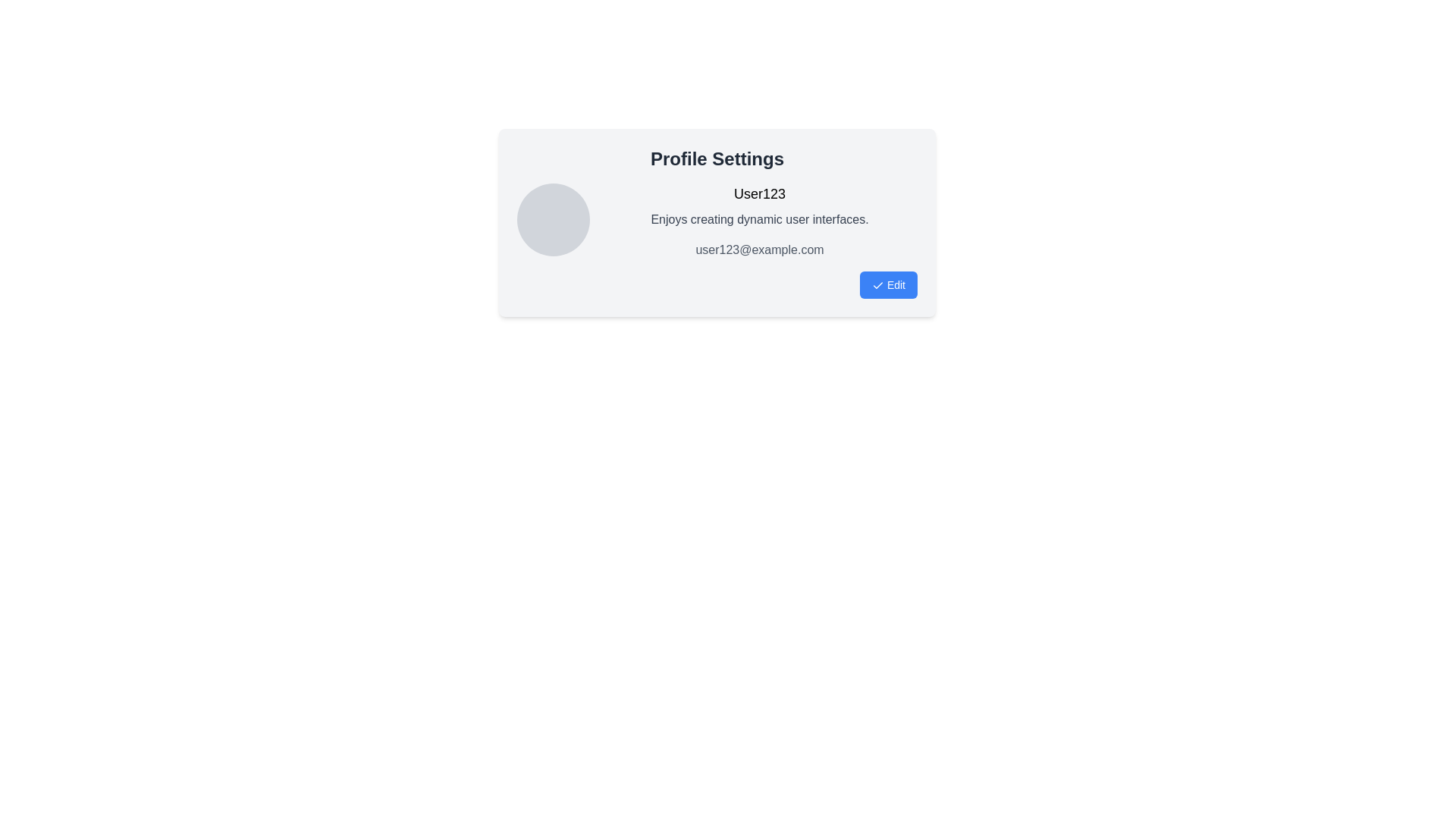  I want to click on the text label stating 'Enjoys creating dynamic user interfaces.' which is centrally located in the interface, positioned below 'User123' and above 'user123@example.com', so click(760, 219).